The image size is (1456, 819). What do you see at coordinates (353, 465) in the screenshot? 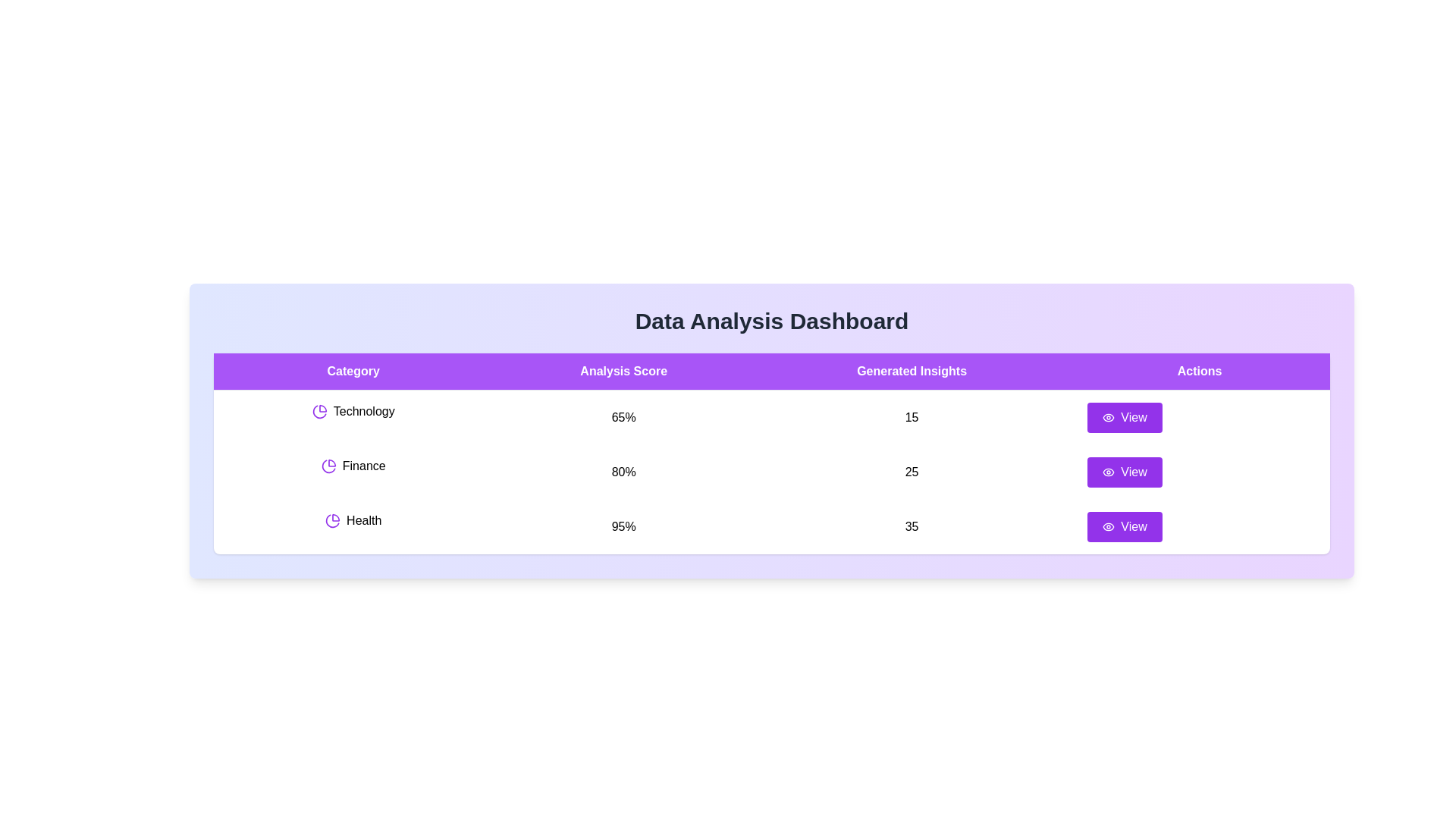
I see `the text element labeled Finance` at bounding box center [353, 465].